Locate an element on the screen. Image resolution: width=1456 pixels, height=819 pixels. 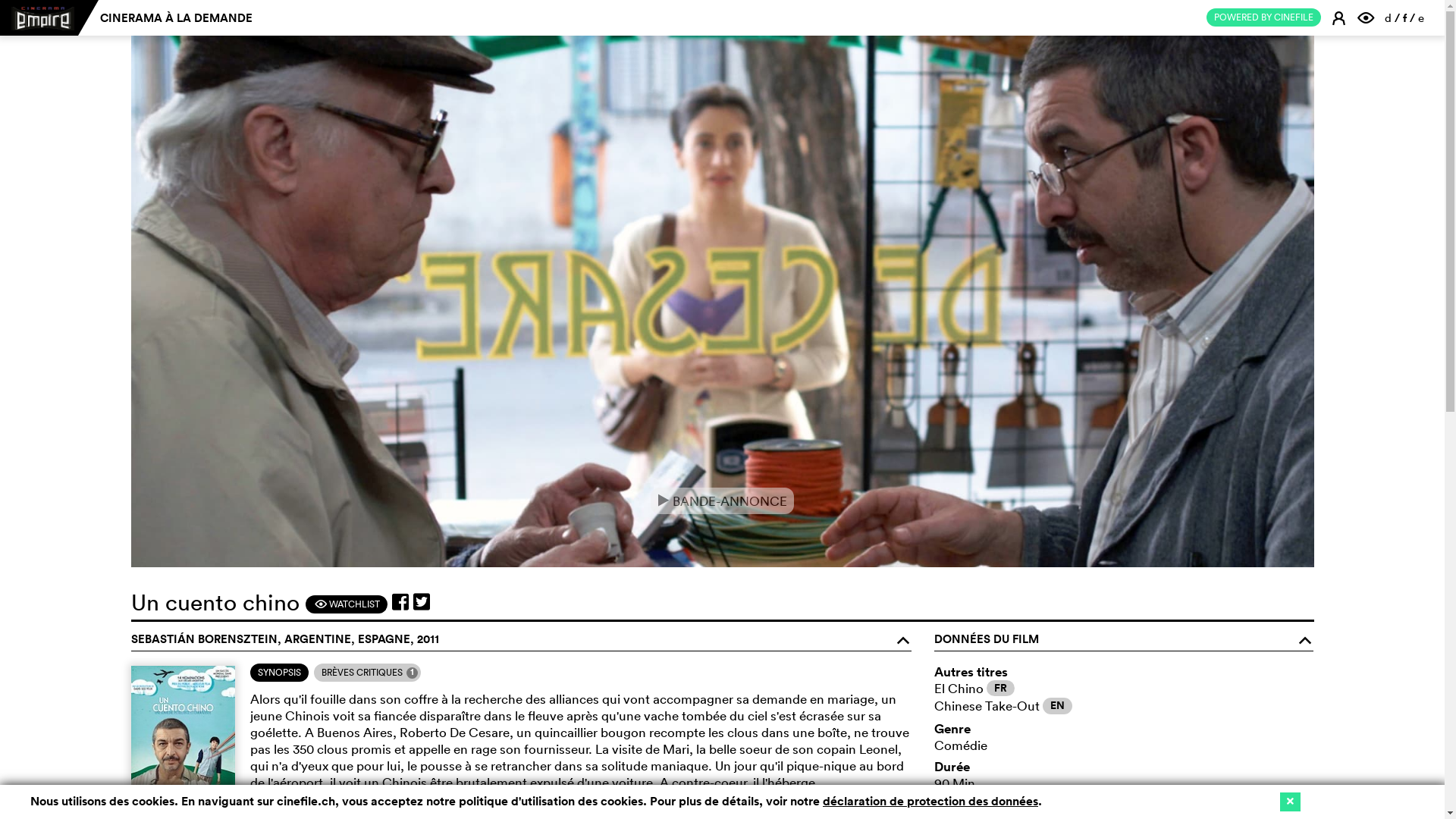
'F WATCHLIST' is located at coordinates (304, 604).